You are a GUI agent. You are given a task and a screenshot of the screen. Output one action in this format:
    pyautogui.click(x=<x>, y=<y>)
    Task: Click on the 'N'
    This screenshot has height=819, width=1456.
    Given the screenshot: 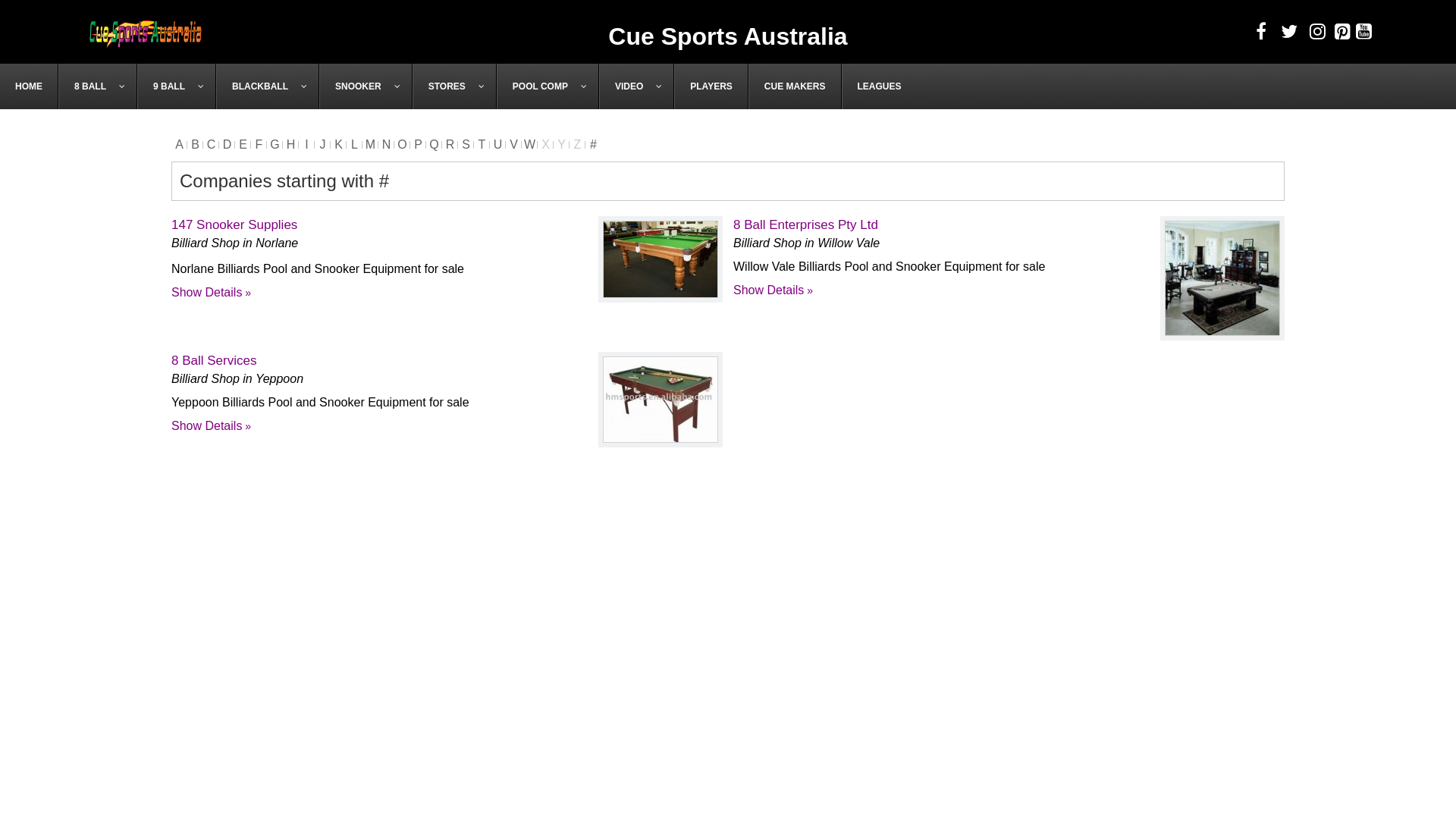 What is the action you would take?
    pyautogui.click(x=386, y=144)
    